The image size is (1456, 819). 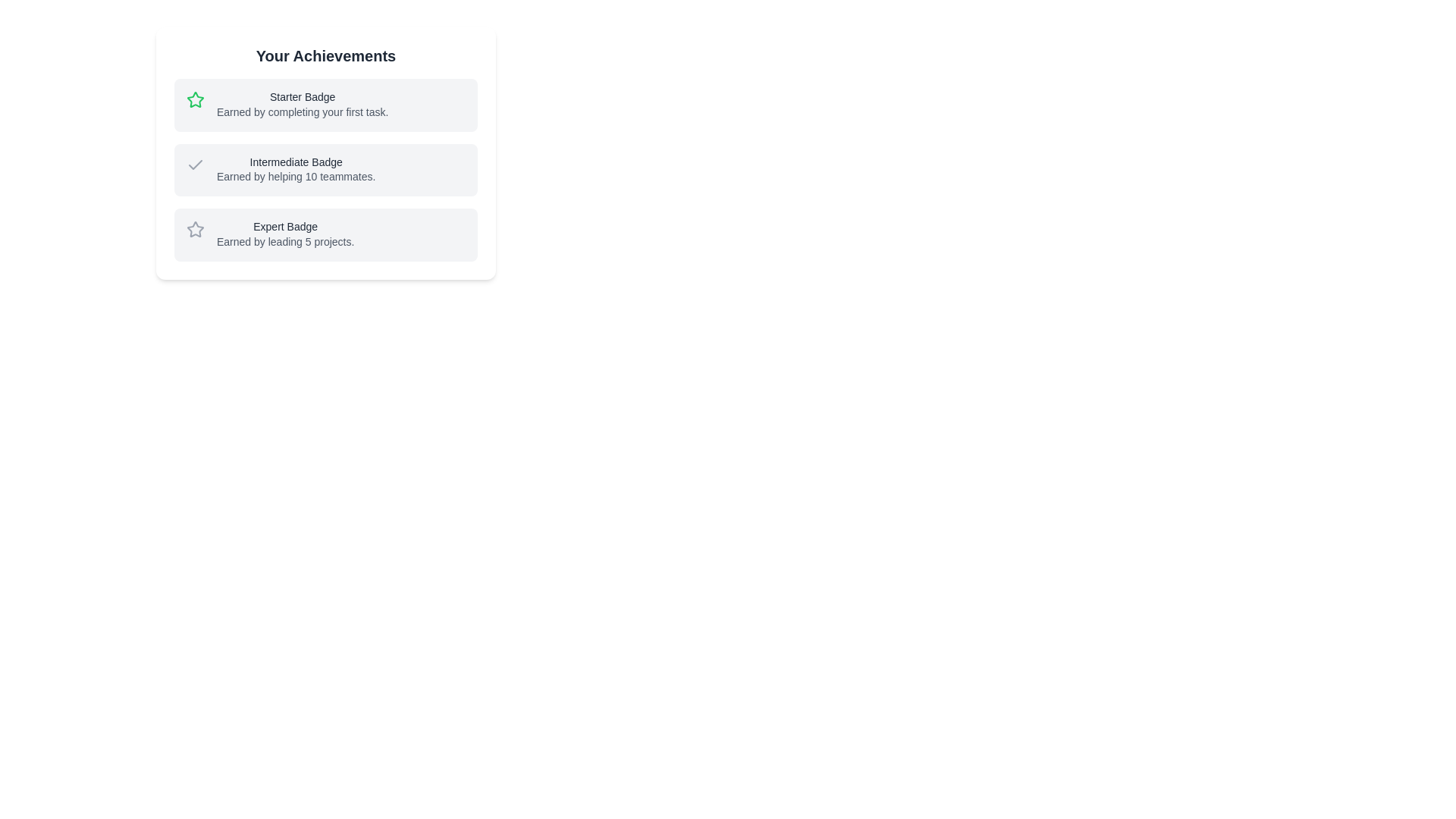 What do you see at coordinates (296, 170) in the screenshot?
I see `the achievement badge's title and description text label, which is centrally aligned and the second item in the user achievements list` at bounding box center [296, 170].